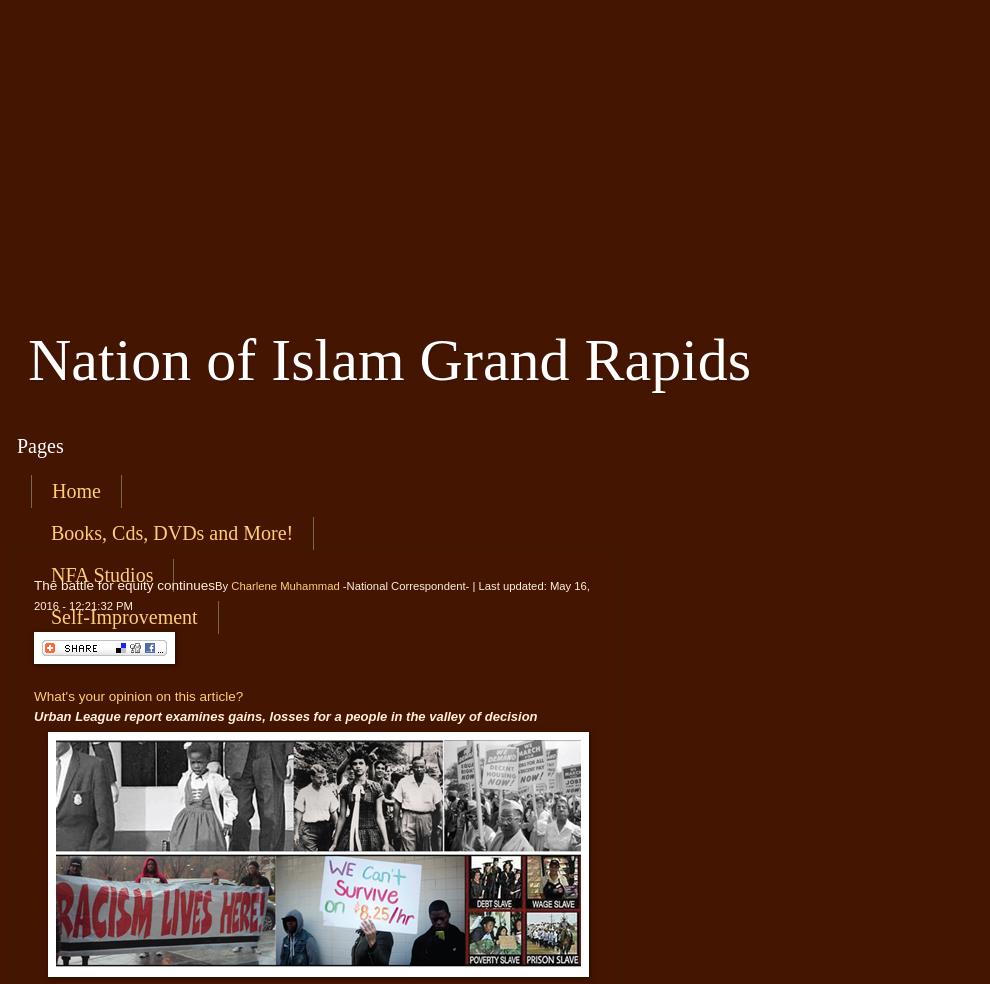 This screenshot has width=990, height=984. What do you see at coordinates (310, 594) in the screenshot?
I see `'-National Correspondent- | Last updated: May 16, 2016 - 12:21:32 PM'` at bounding box center [310, 594].